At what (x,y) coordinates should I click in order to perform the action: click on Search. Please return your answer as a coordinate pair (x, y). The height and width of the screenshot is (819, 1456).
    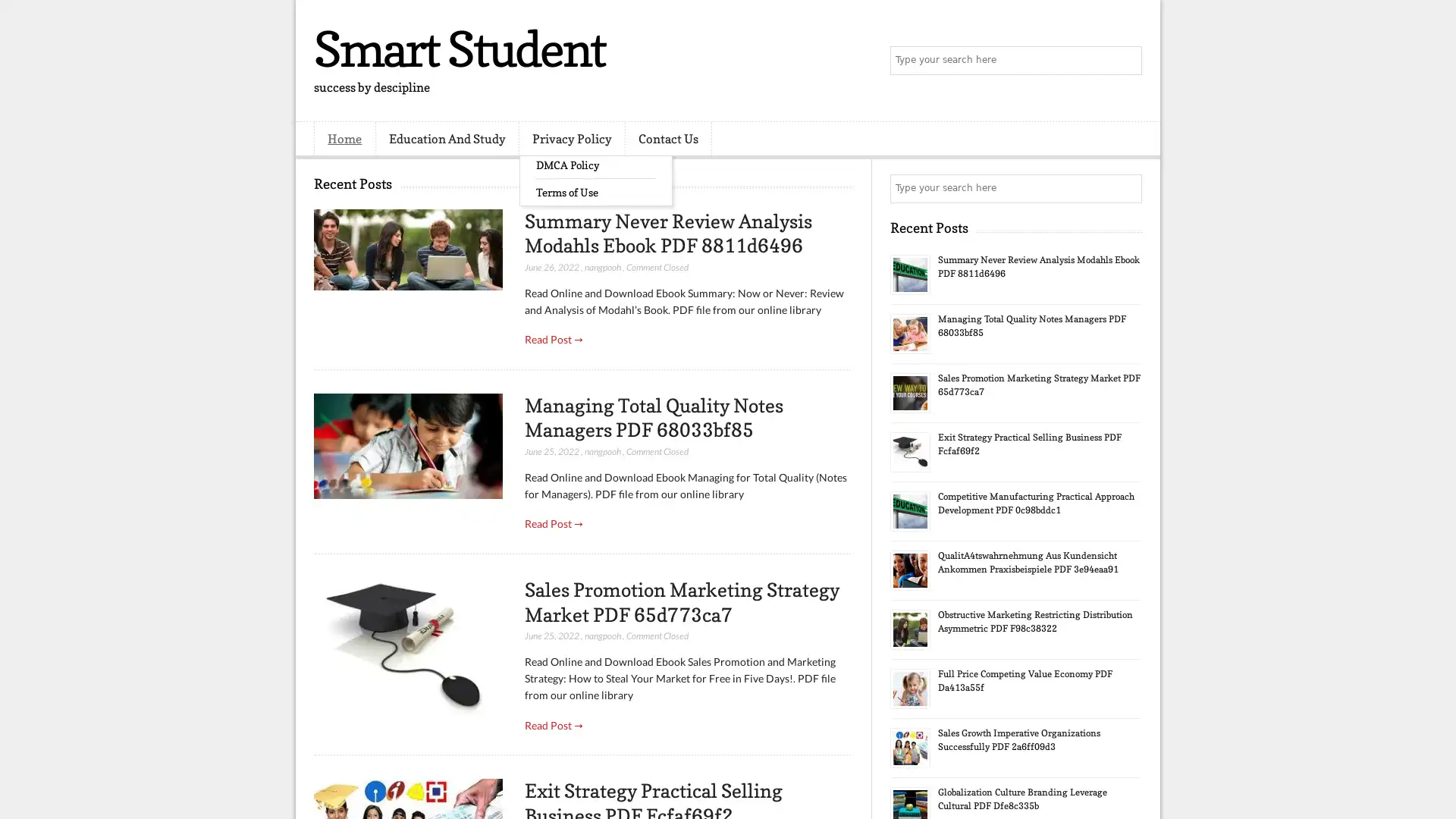
    Looking at the image, I should click on (1126, 188).